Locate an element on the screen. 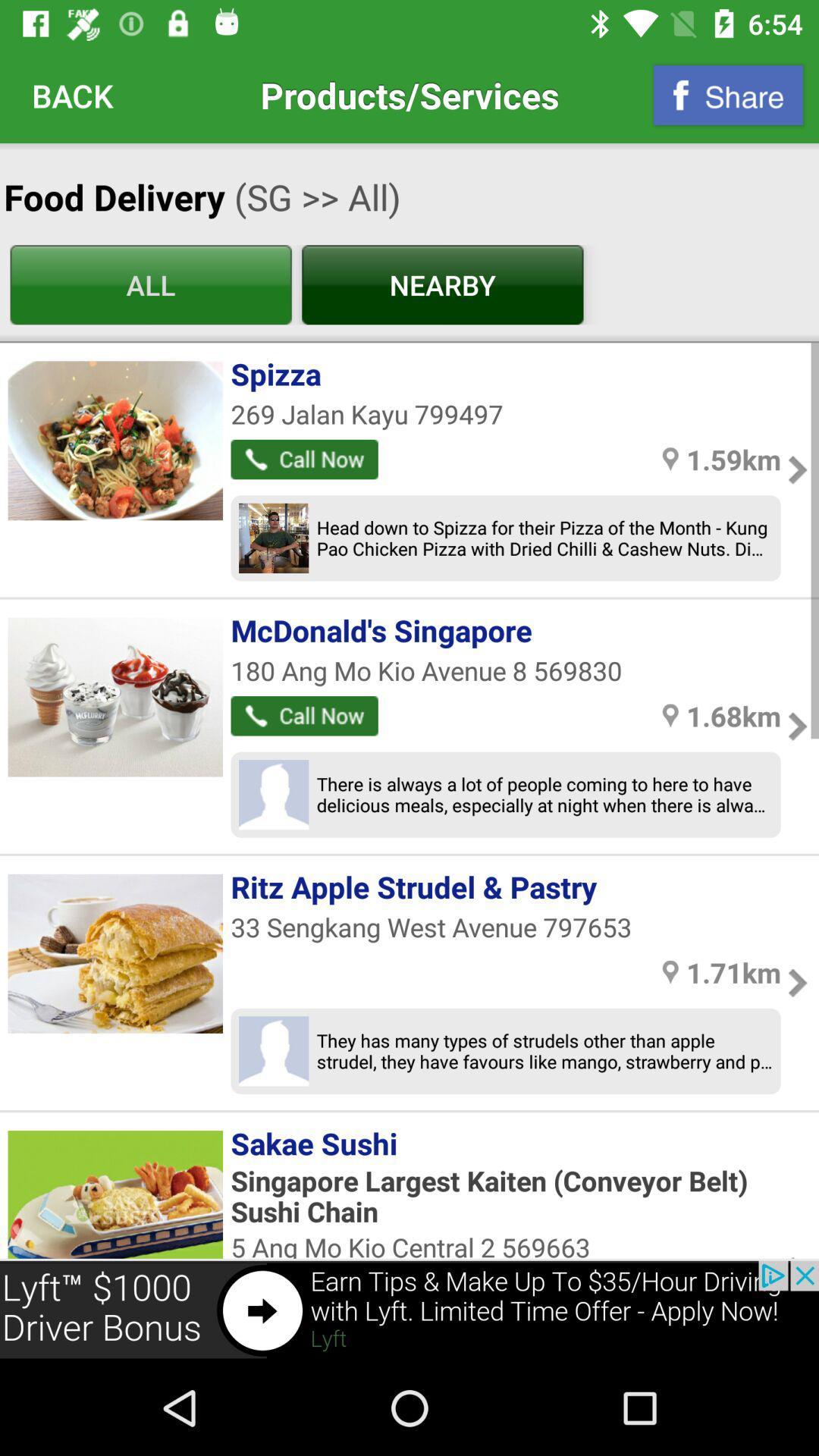  the first image of the page is located at coordinates (115, 439).